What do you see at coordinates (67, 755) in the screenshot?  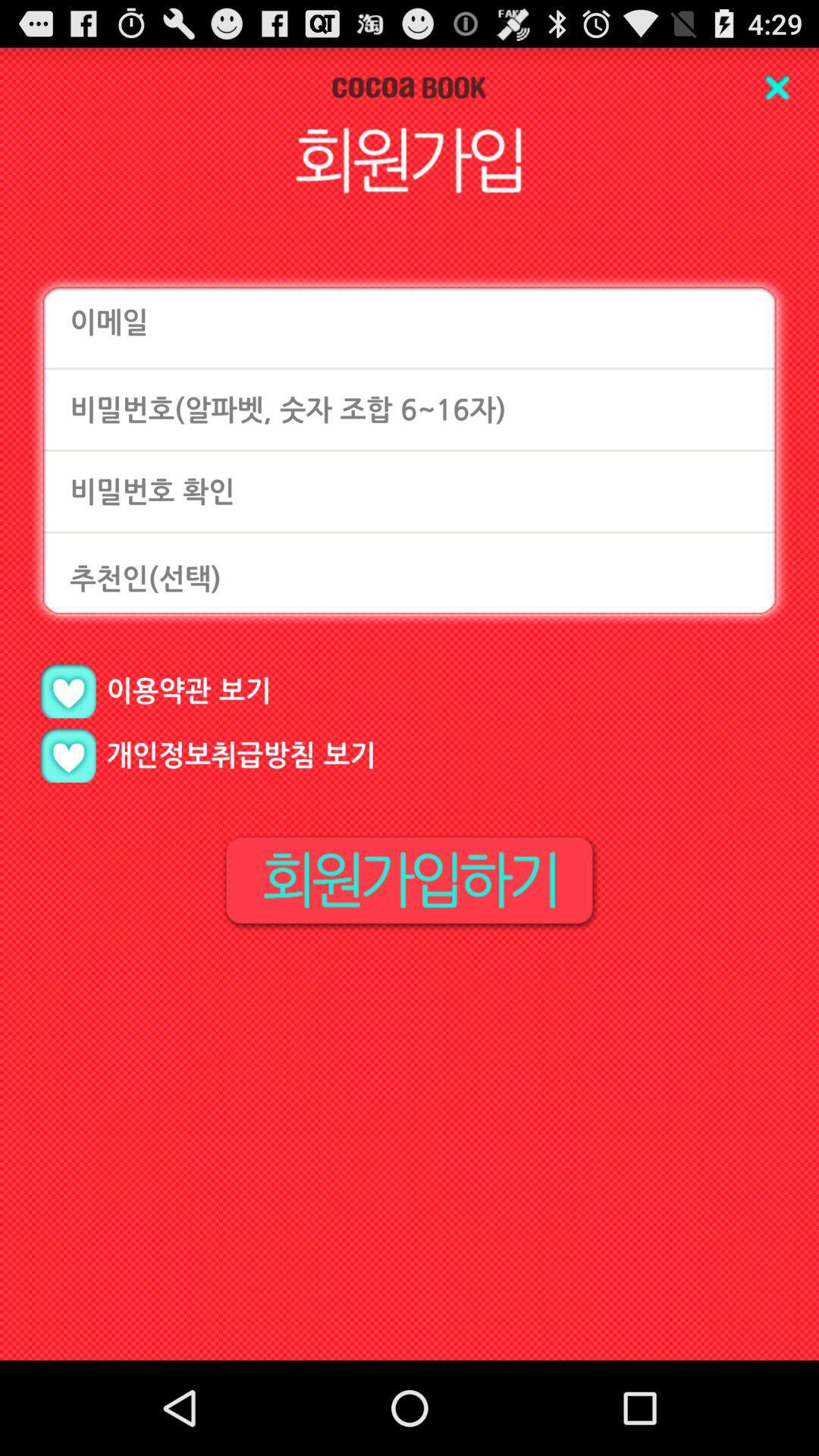 I see `option` at bounding box center [67, 755].